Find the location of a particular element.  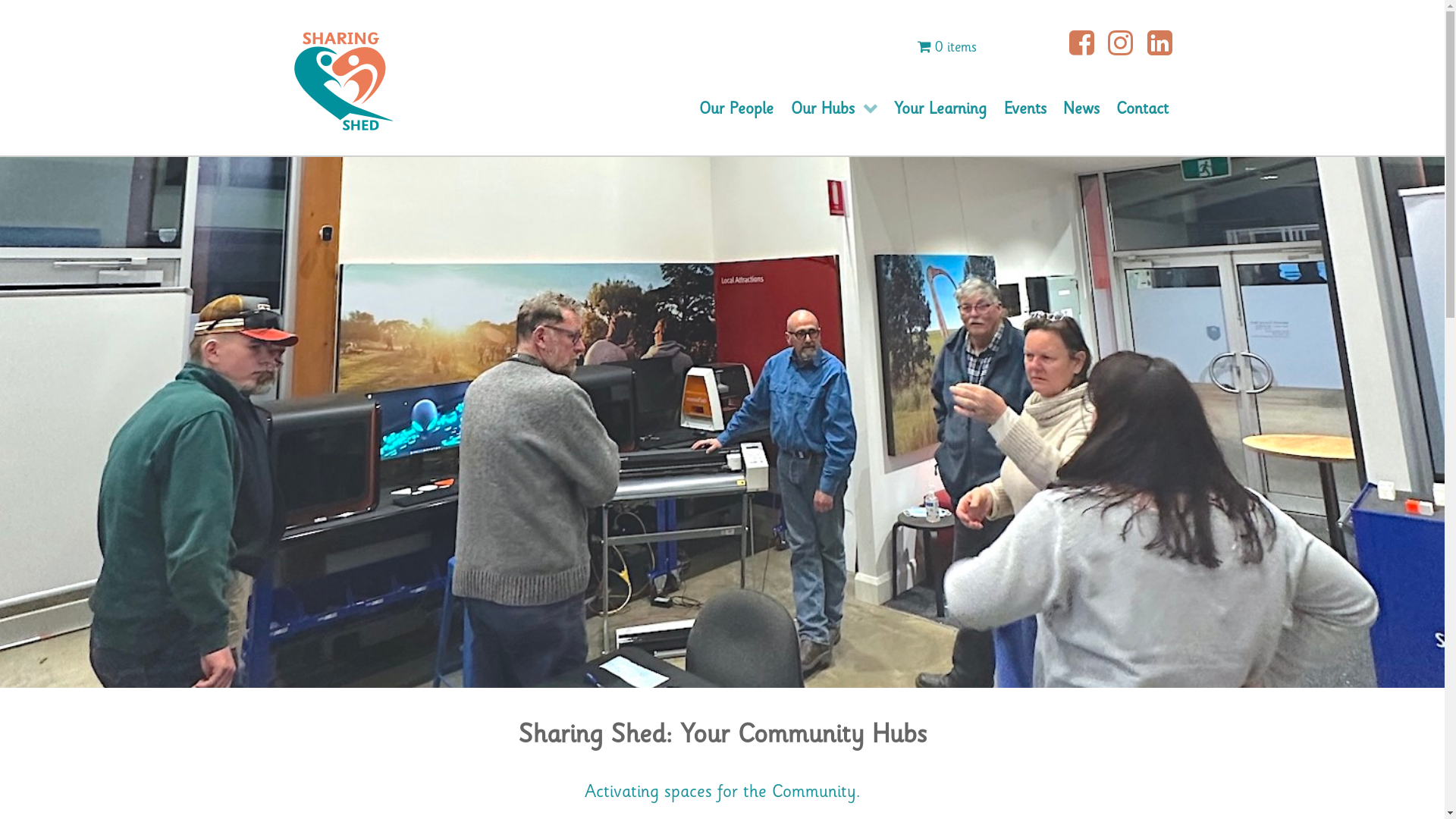

'Events' is located at coordinates (994, 108).